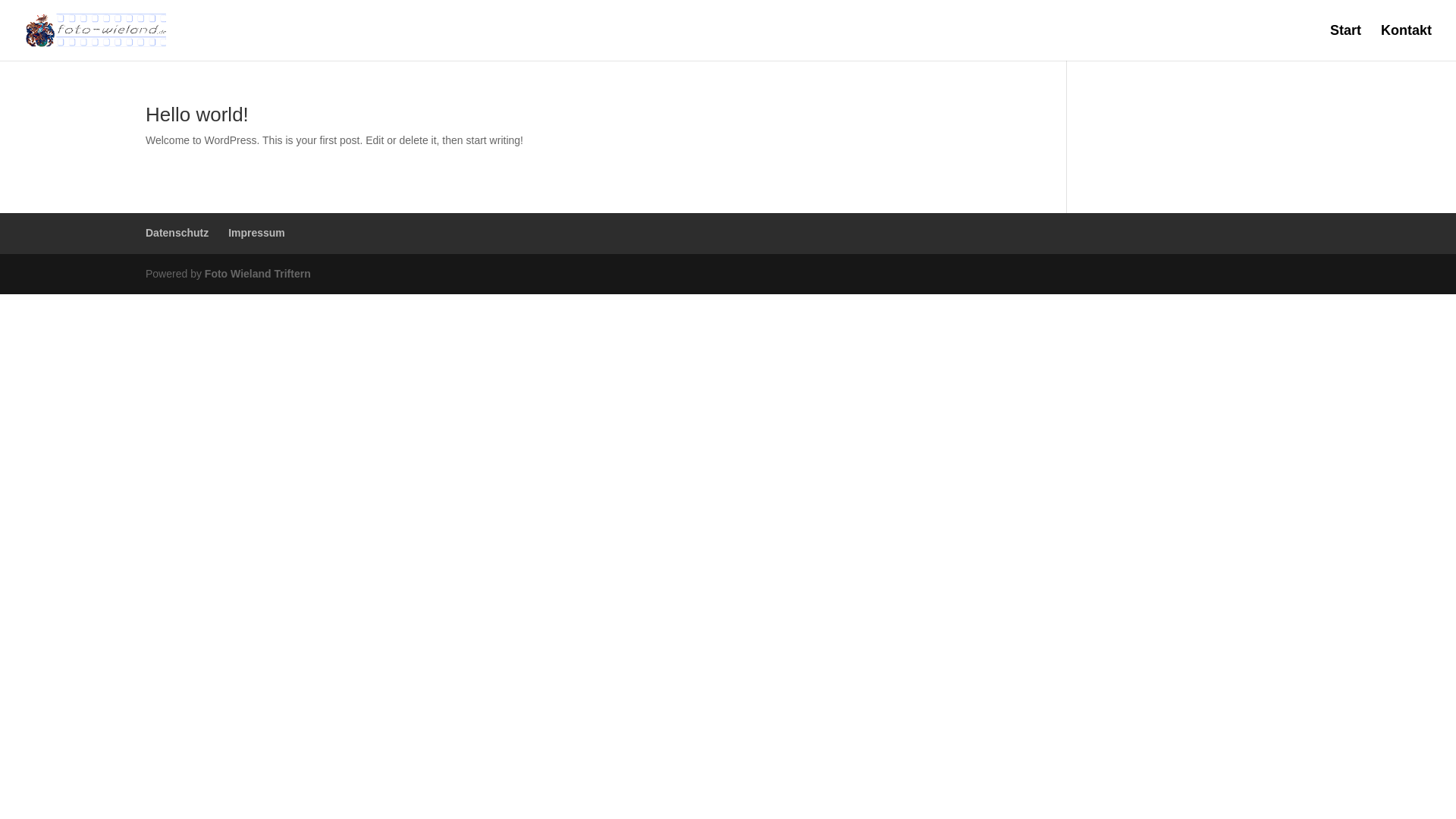  What do you see at coordinates (203, 274) in the screenshot?
I see `'Foto Wieland Triftern'` at bounding box center [203, 274].